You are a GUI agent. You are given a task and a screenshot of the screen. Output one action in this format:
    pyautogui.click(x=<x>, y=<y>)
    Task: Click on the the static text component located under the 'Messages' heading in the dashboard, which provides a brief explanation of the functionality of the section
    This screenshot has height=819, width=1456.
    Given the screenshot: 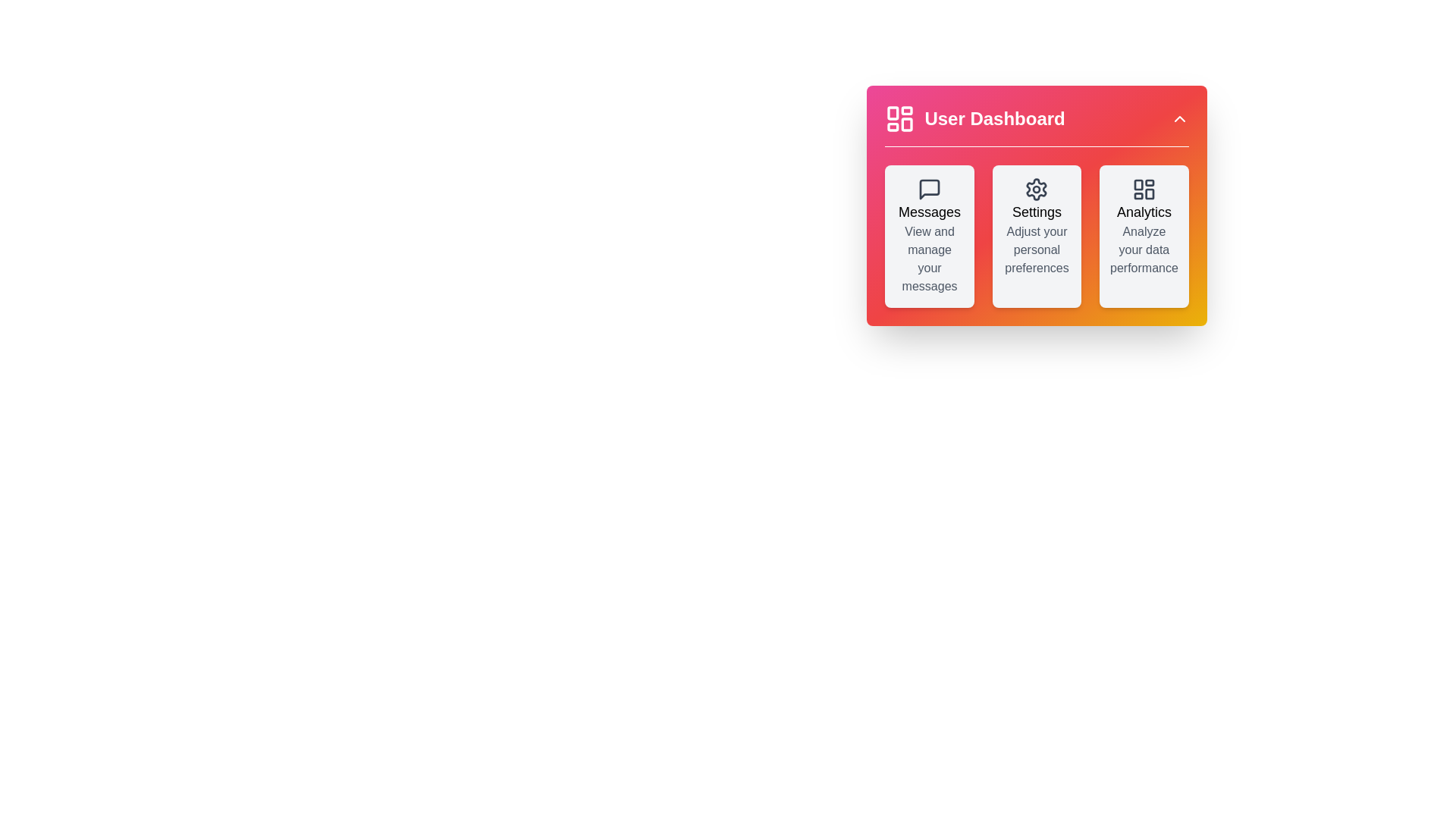 What is the action you would take?
    pyautogui.click(x=929, y=259)
    